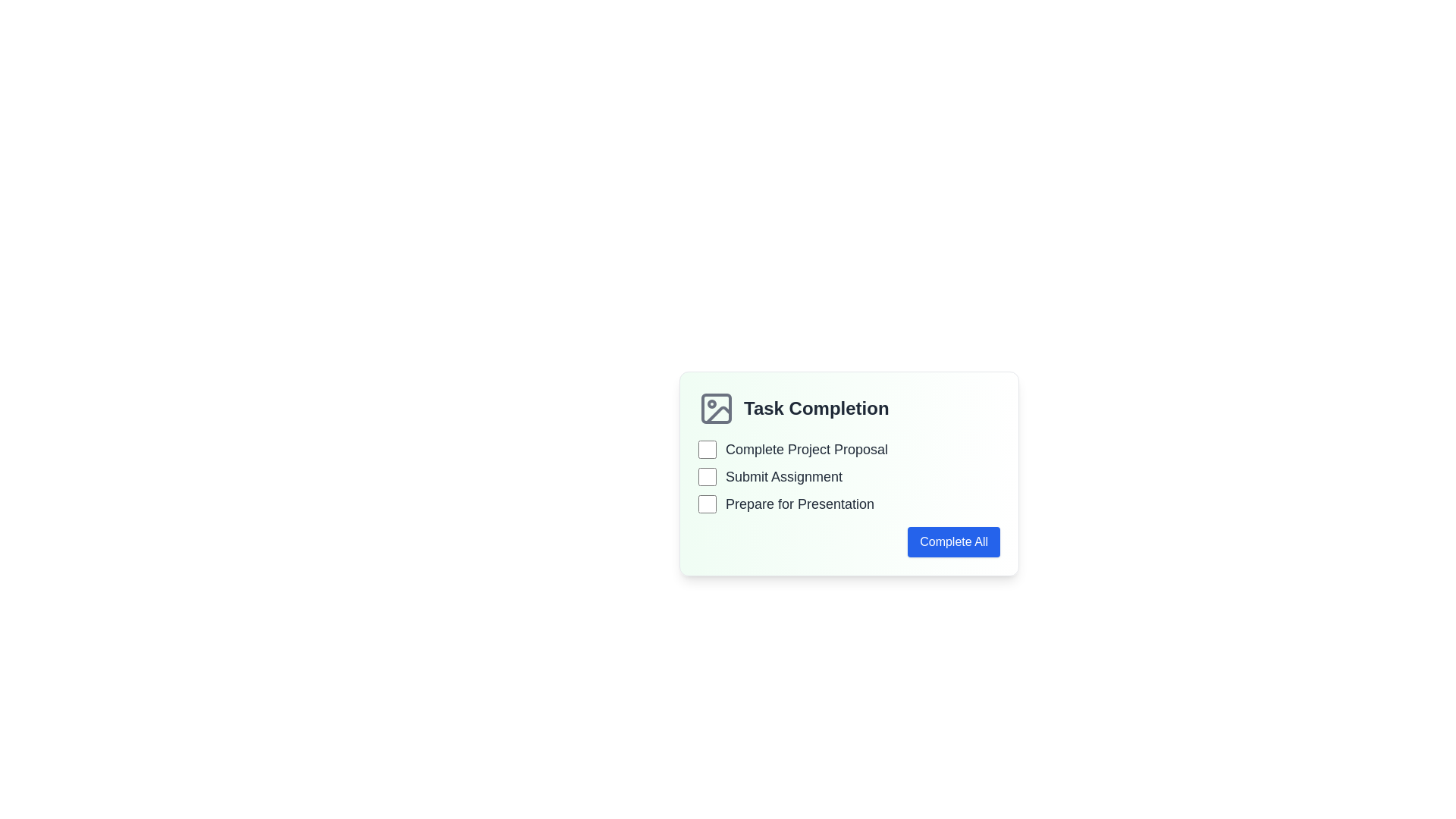 The width and height of the screenshot is (1456, 819). What do you see at coordinates (848, 408) in the screenshot?
I see `the Text Label with Icon that reads 'Task Completion'` at bounding box center [848, 408].